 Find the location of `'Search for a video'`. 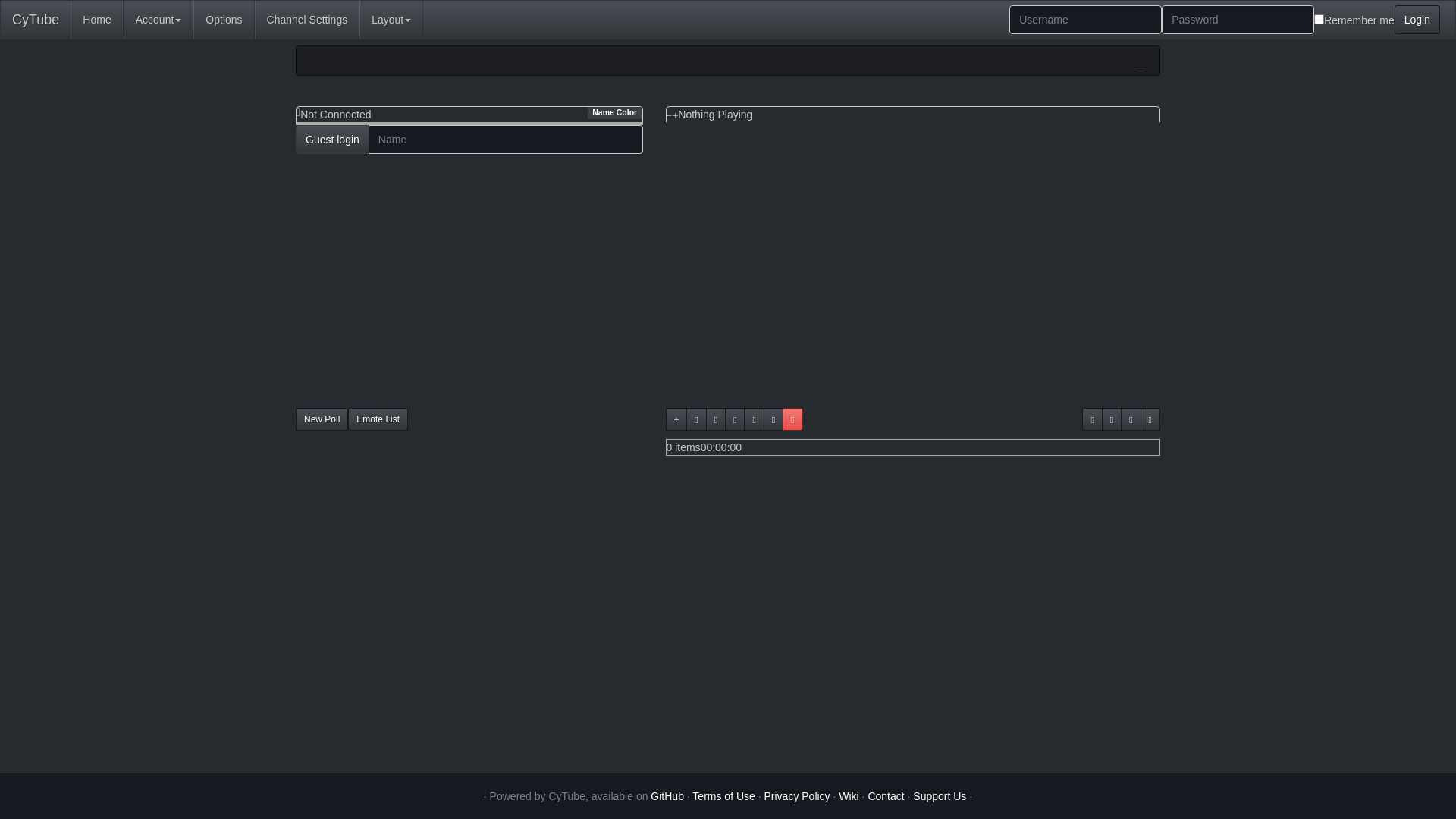

'Search for a video' is located at coordinates (695, 419).